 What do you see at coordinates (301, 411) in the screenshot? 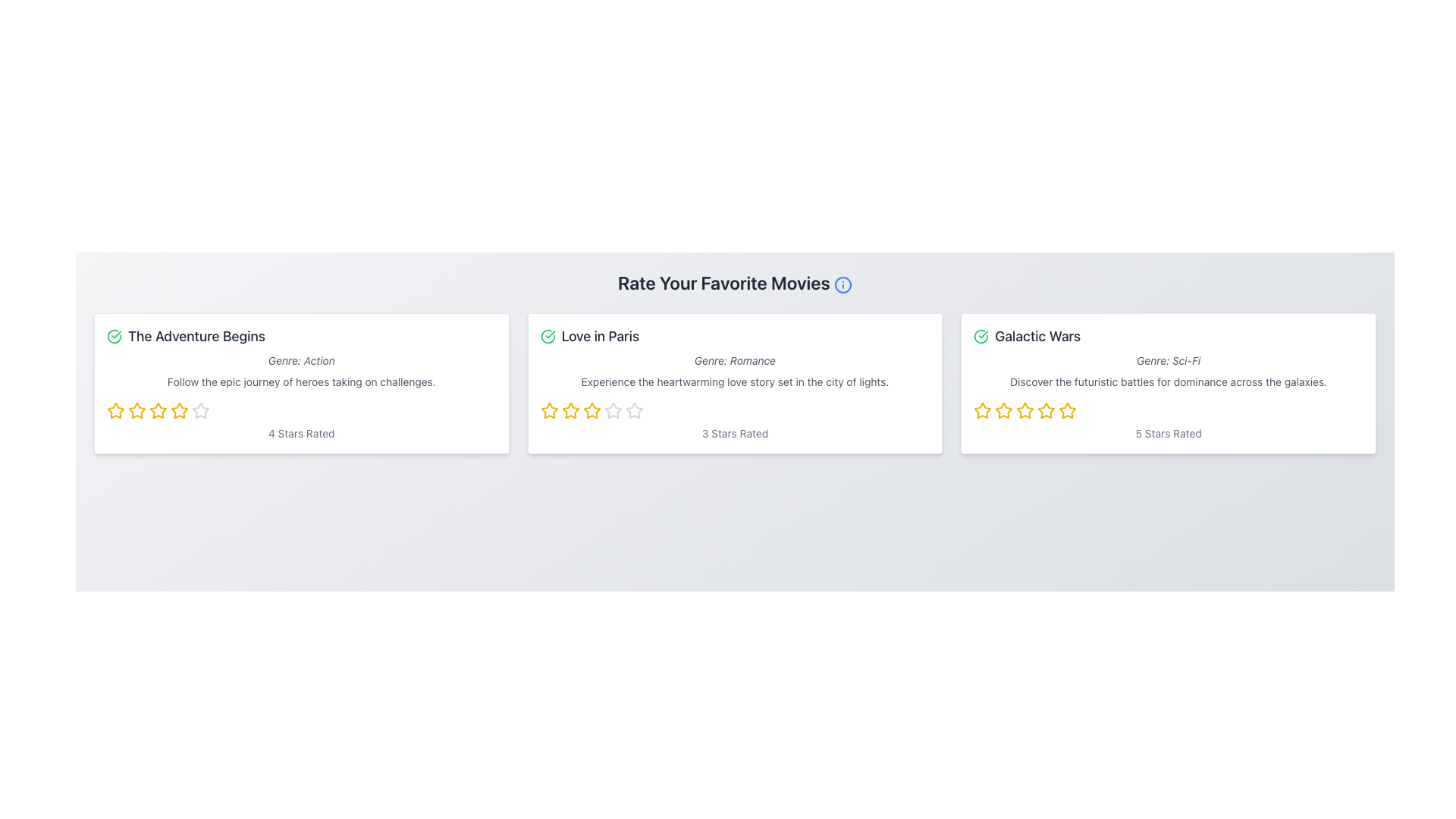
I see `the visual representation of the rating indicator consisting of five star icons, four filled in yellow and one outlined in gray, located in the card titled 'The Adventure Begins' above the text '4 Stars Rated.'` at bounding box center [301, 411].